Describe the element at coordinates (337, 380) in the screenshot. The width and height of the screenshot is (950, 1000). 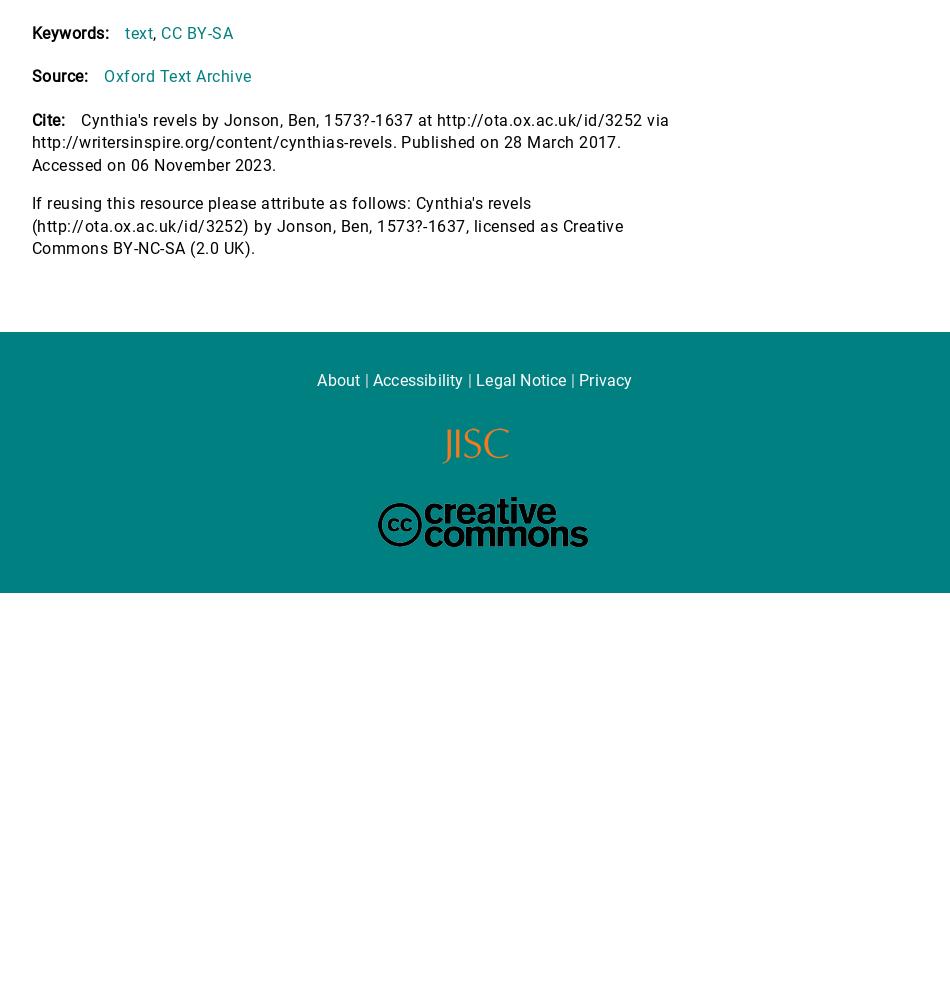
I see `'About'` at that location.